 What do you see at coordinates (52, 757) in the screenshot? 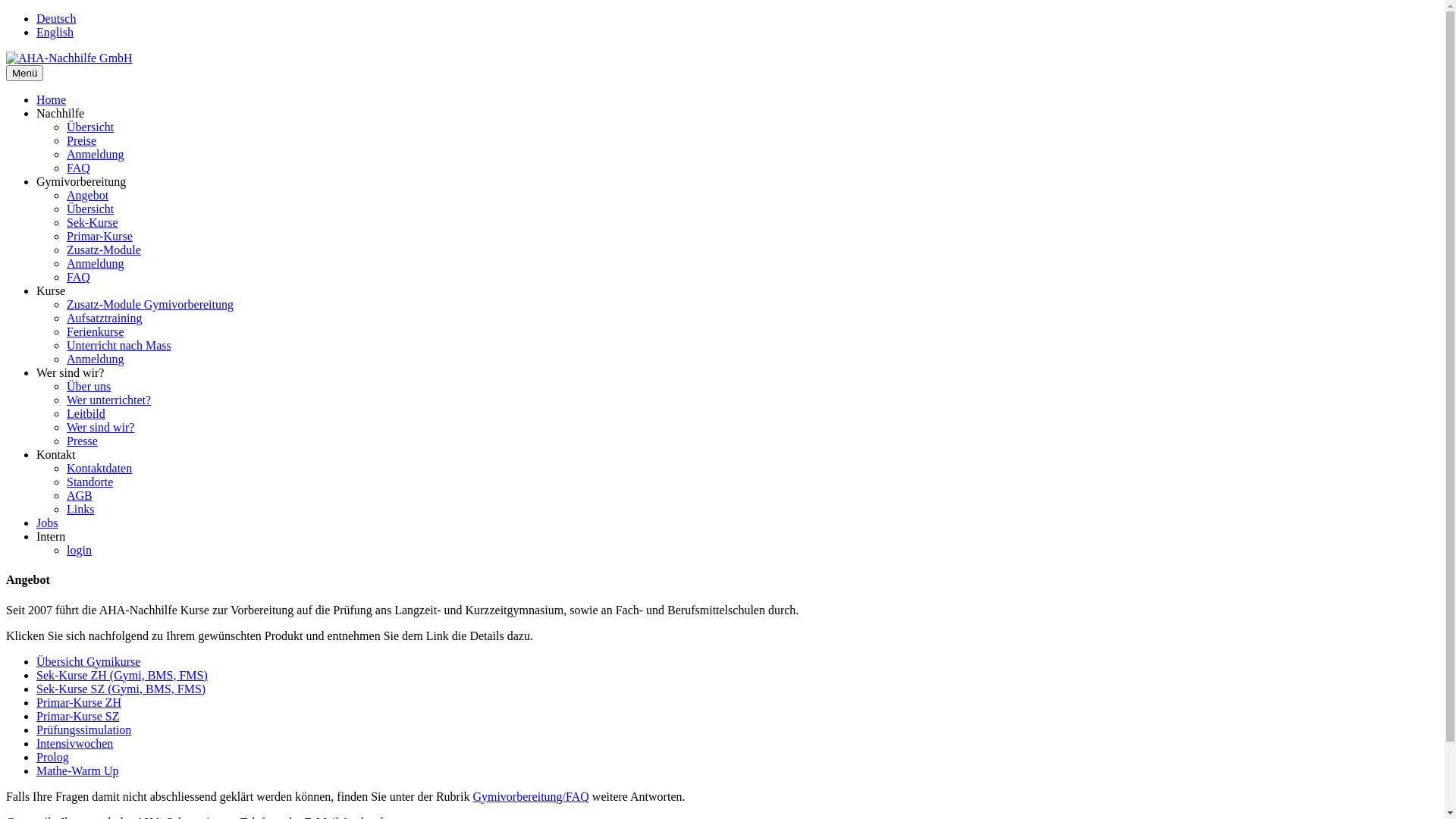
I see `'Prolog'` at bounding box center [52, 757].